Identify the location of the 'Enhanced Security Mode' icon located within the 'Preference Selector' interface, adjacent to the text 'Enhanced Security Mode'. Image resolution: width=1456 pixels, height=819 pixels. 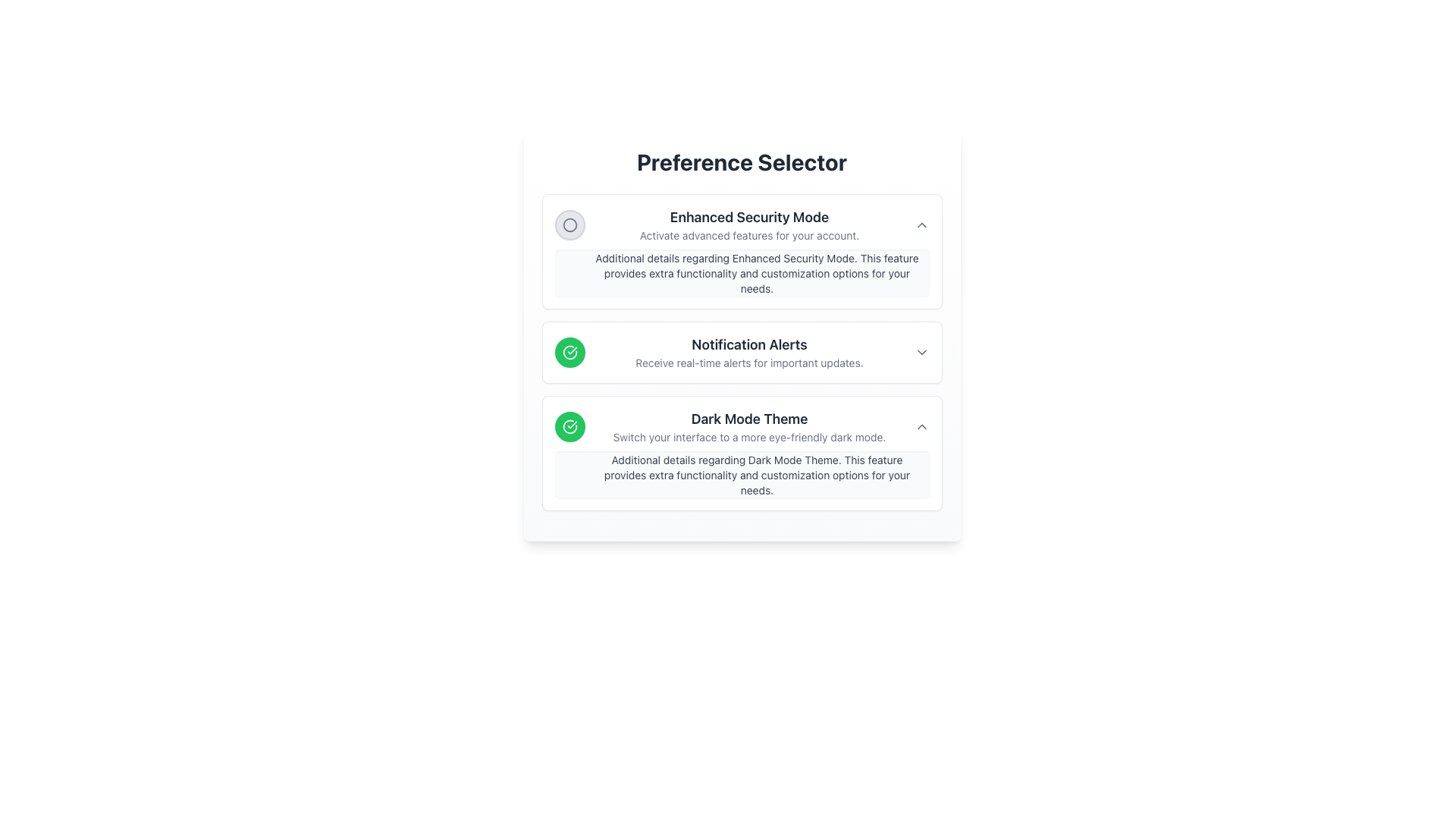
(569, 225).